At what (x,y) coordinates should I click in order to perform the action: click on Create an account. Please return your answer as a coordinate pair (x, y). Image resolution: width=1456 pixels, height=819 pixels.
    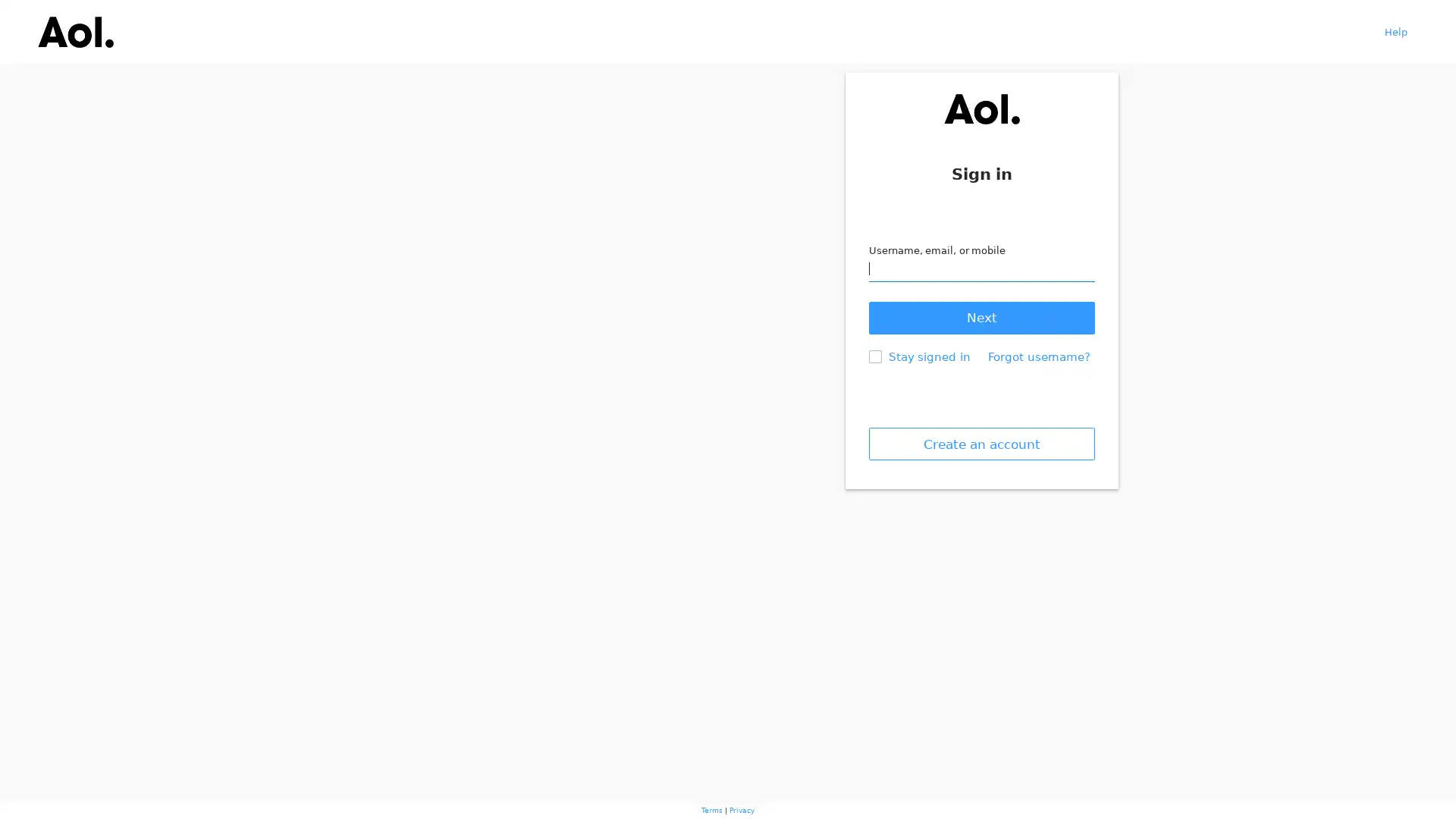
    Looking at the image, I should click on (981, 444).